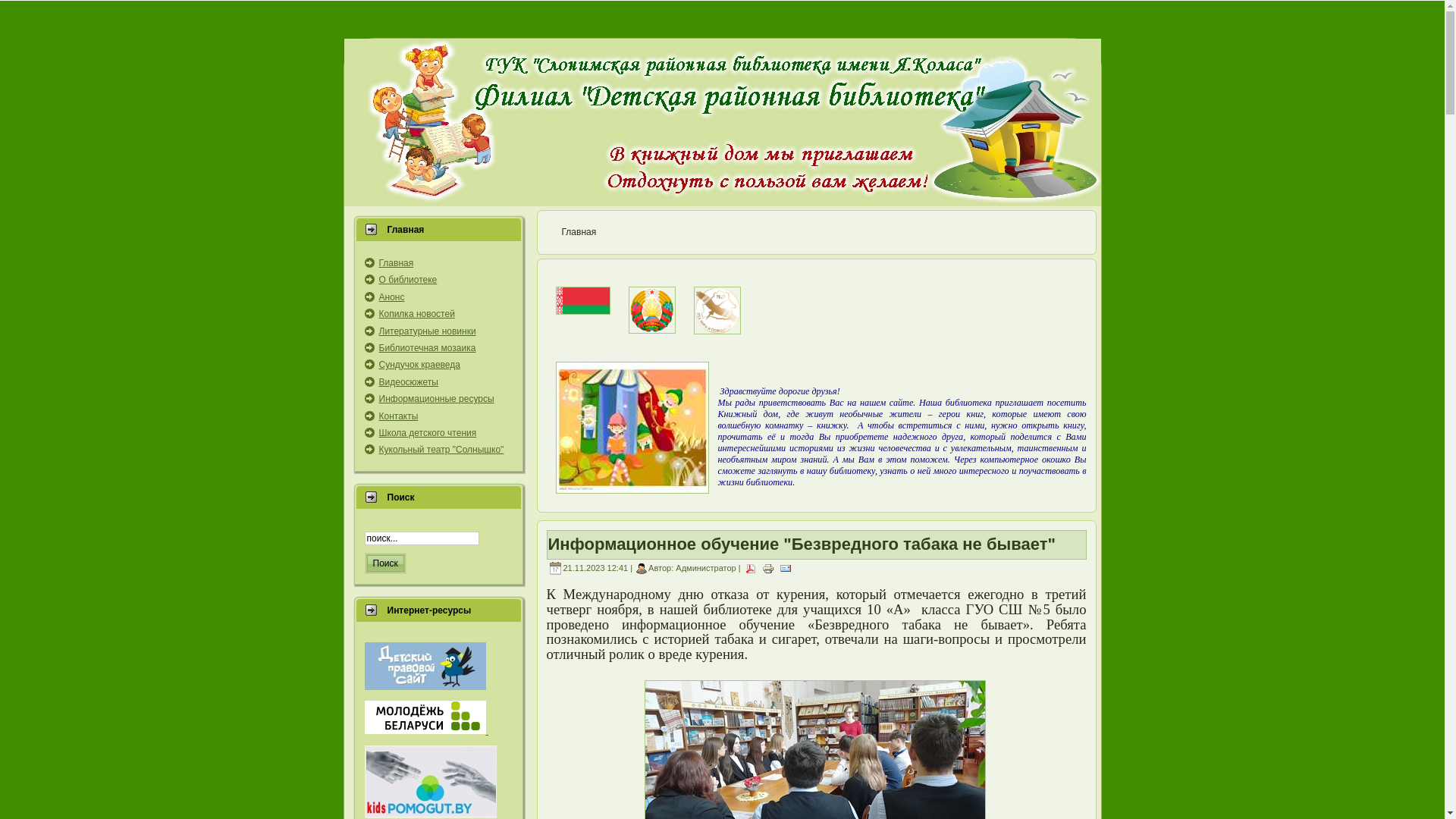 This screenshot has height=819, width=1456. I want to click on 'E-mail', so click(786, 567).